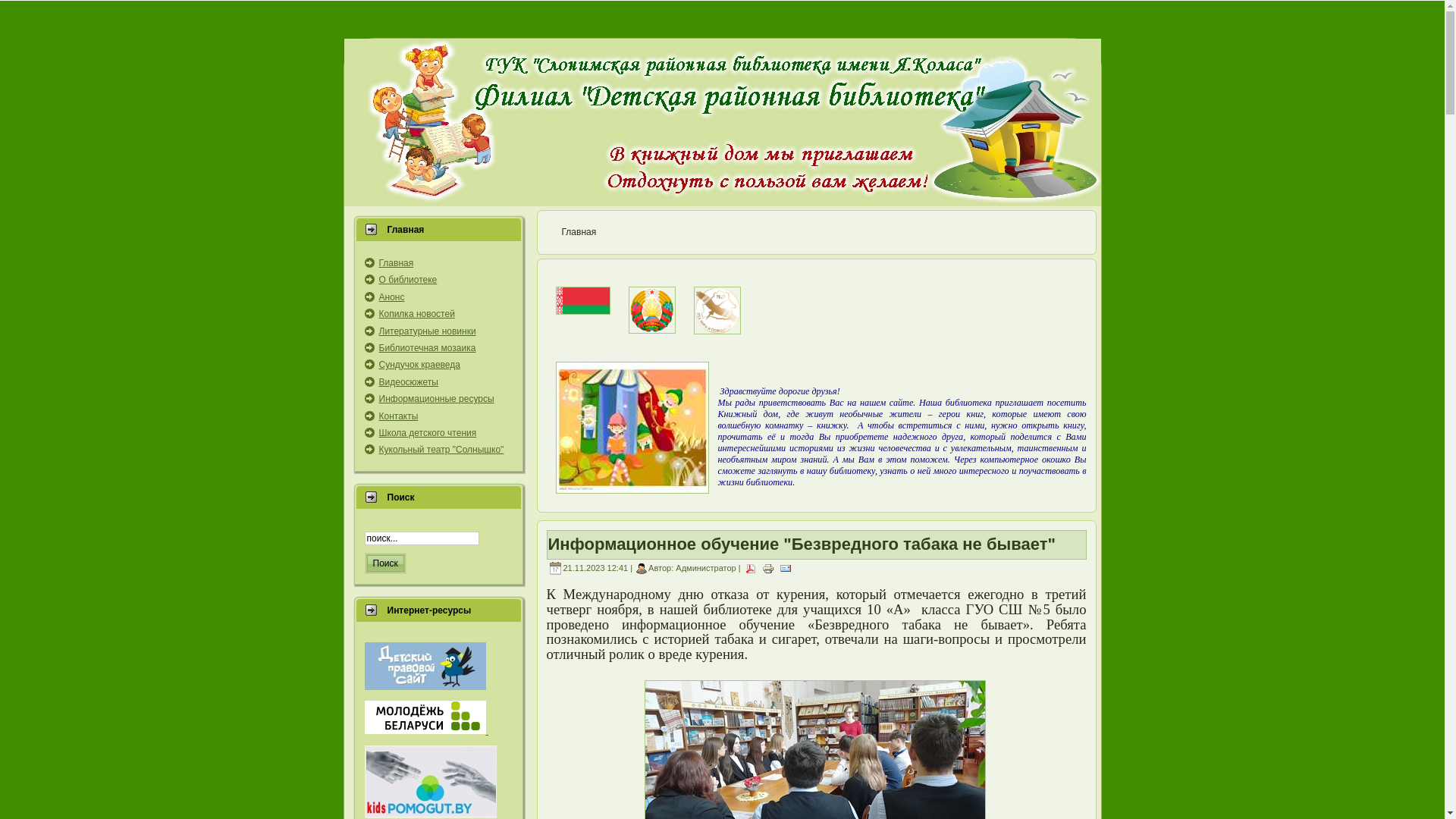 This screenshot has height=819, width=1456. I want to click on 'E-mail', so click(786, 567).